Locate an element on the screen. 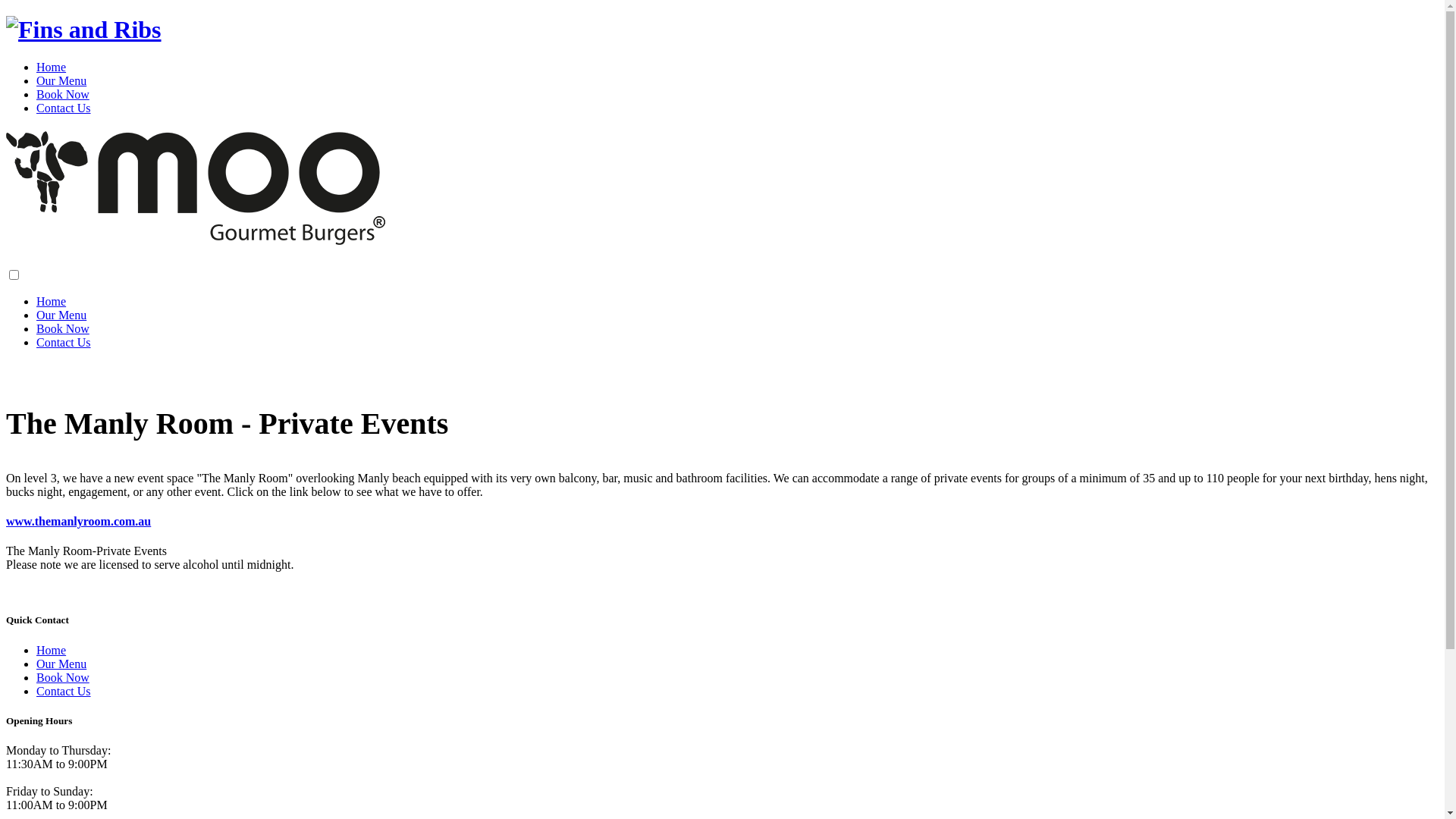 The height and width of the screenshot is (819, 1456). 'Our Menu' is located at coordinates (61, 80).